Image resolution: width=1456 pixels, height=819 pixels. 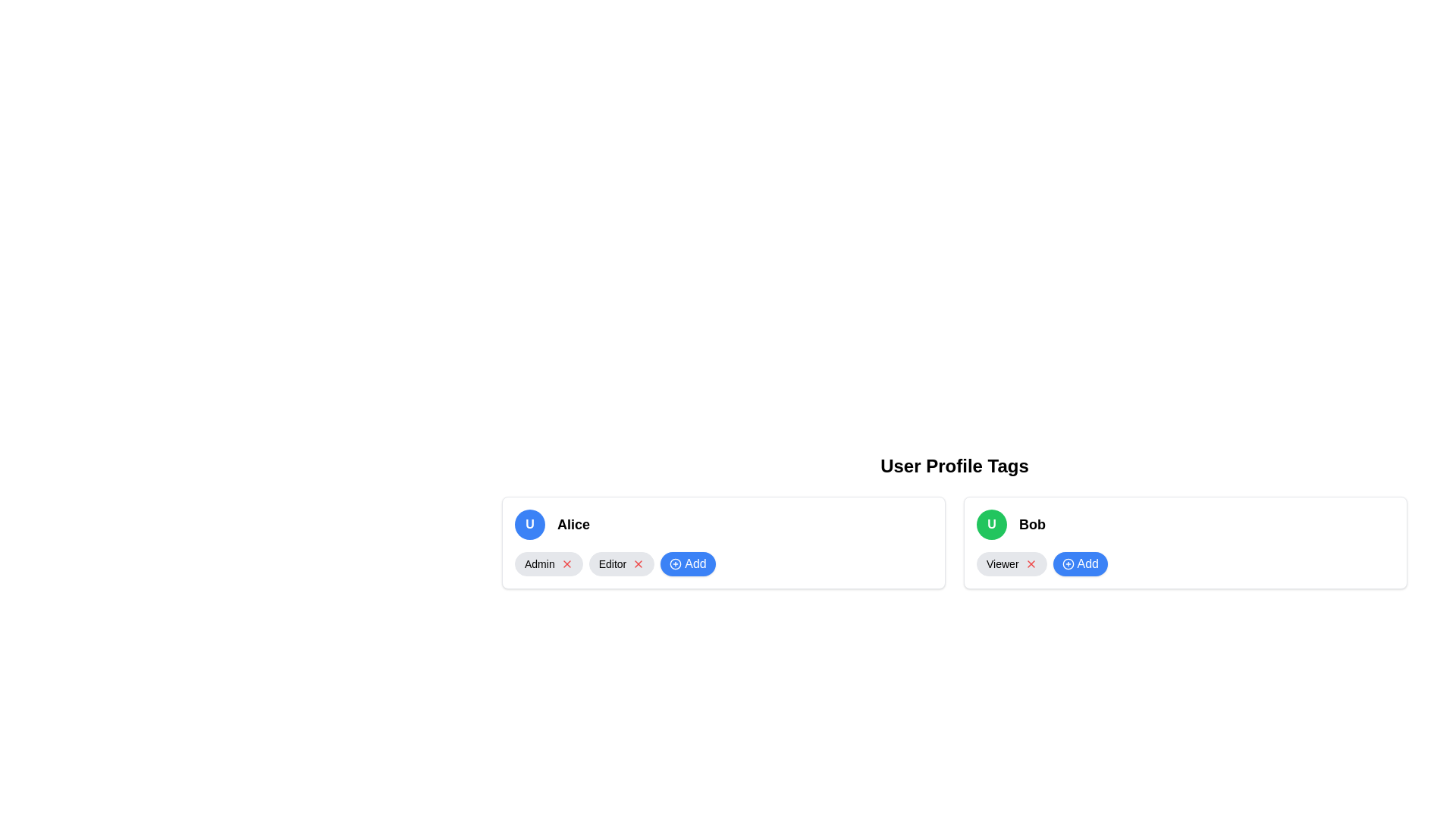 I want to click on the red cross icon on the 'Viewer' tag located under the green circular user icon labeled 'U' in the 'Bob' user profile section, so click(x=1012, y=564).